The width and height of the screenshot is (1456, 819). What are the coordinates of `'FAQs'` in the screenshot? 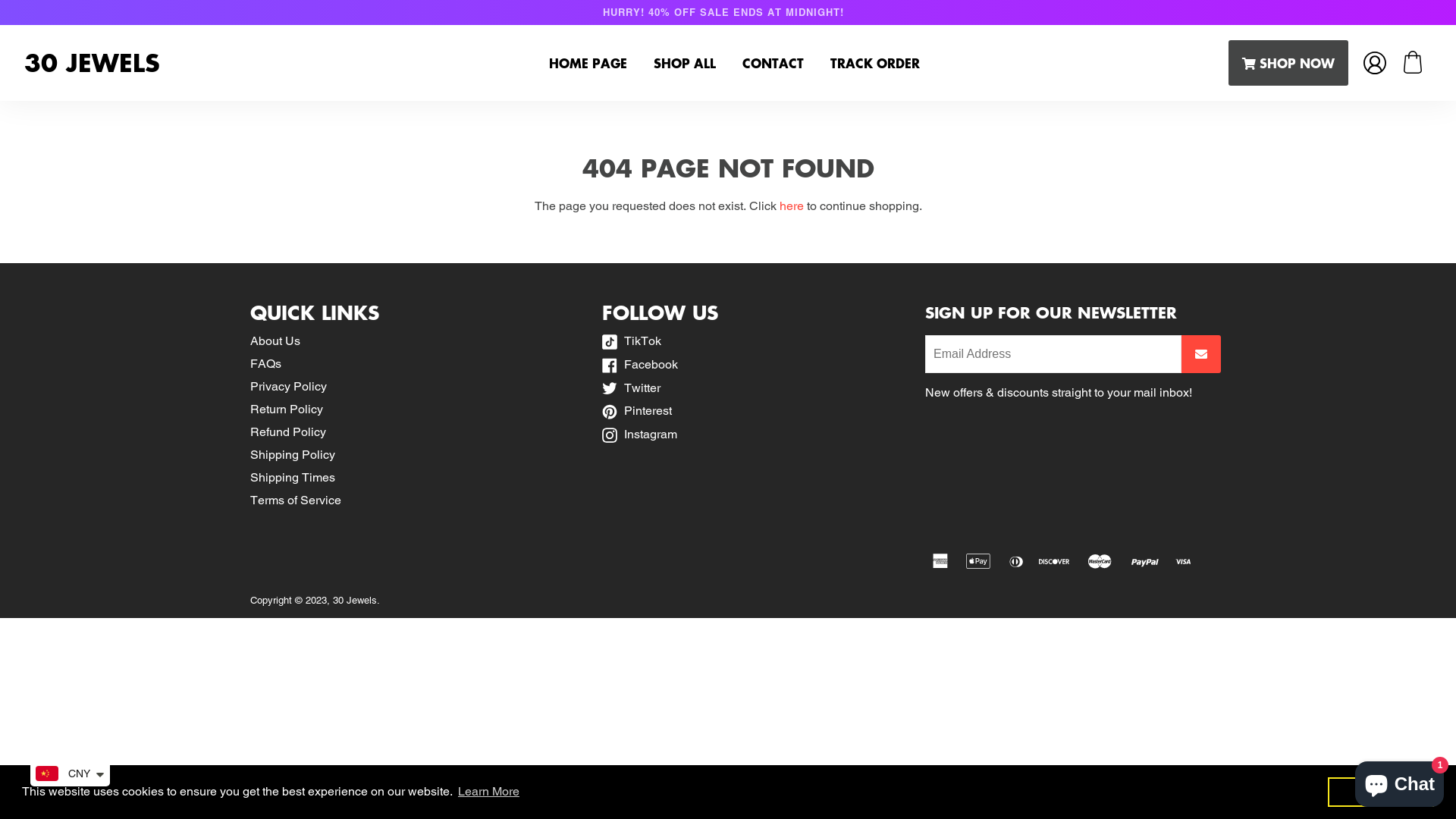 It's located at (250, 363).